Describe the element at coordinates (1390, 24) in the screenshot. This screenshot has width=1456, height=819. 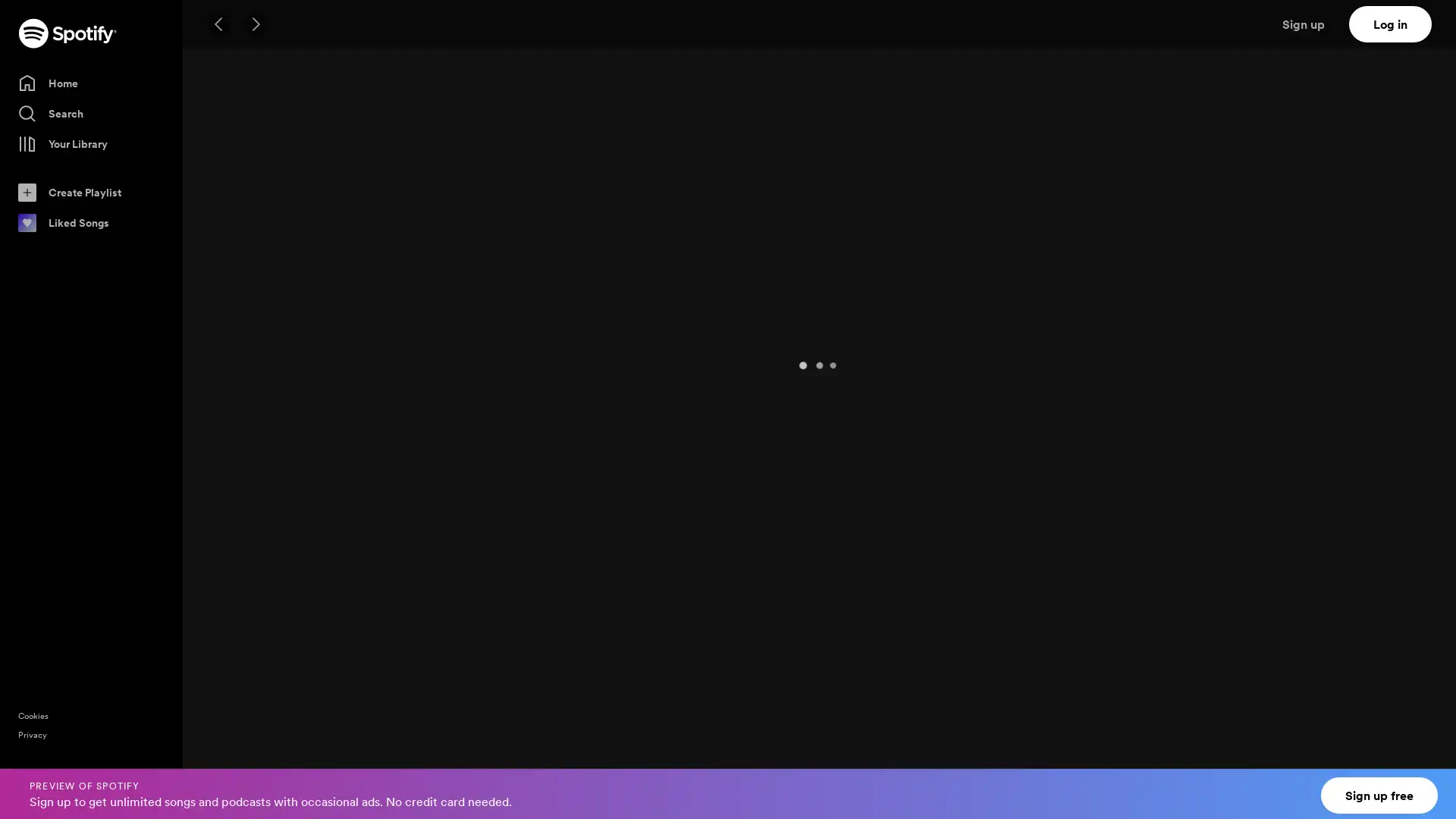
I see `Log in` at that location.